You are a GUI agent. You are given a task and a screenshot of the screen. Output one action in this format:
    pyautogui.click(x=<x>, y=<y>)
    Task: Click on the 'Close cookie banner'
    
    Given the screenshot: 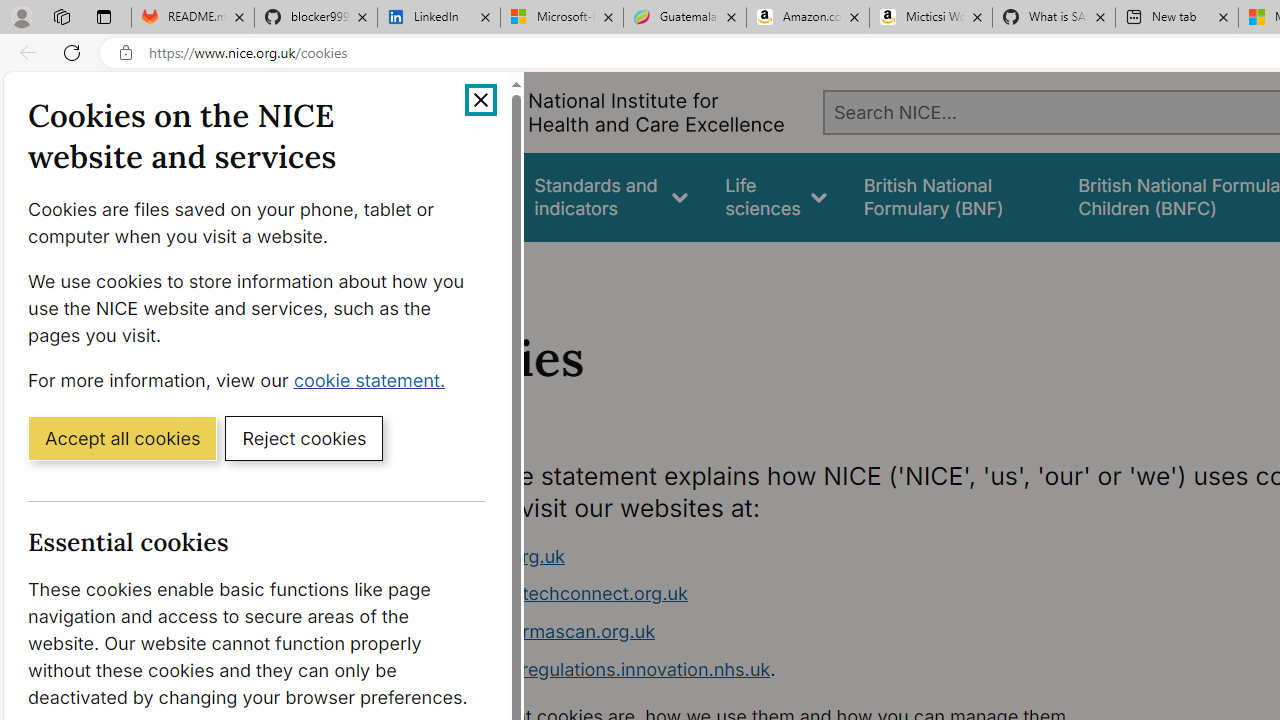 What is the action you would take?
    pyautogui.click(x=480, y=100)
    